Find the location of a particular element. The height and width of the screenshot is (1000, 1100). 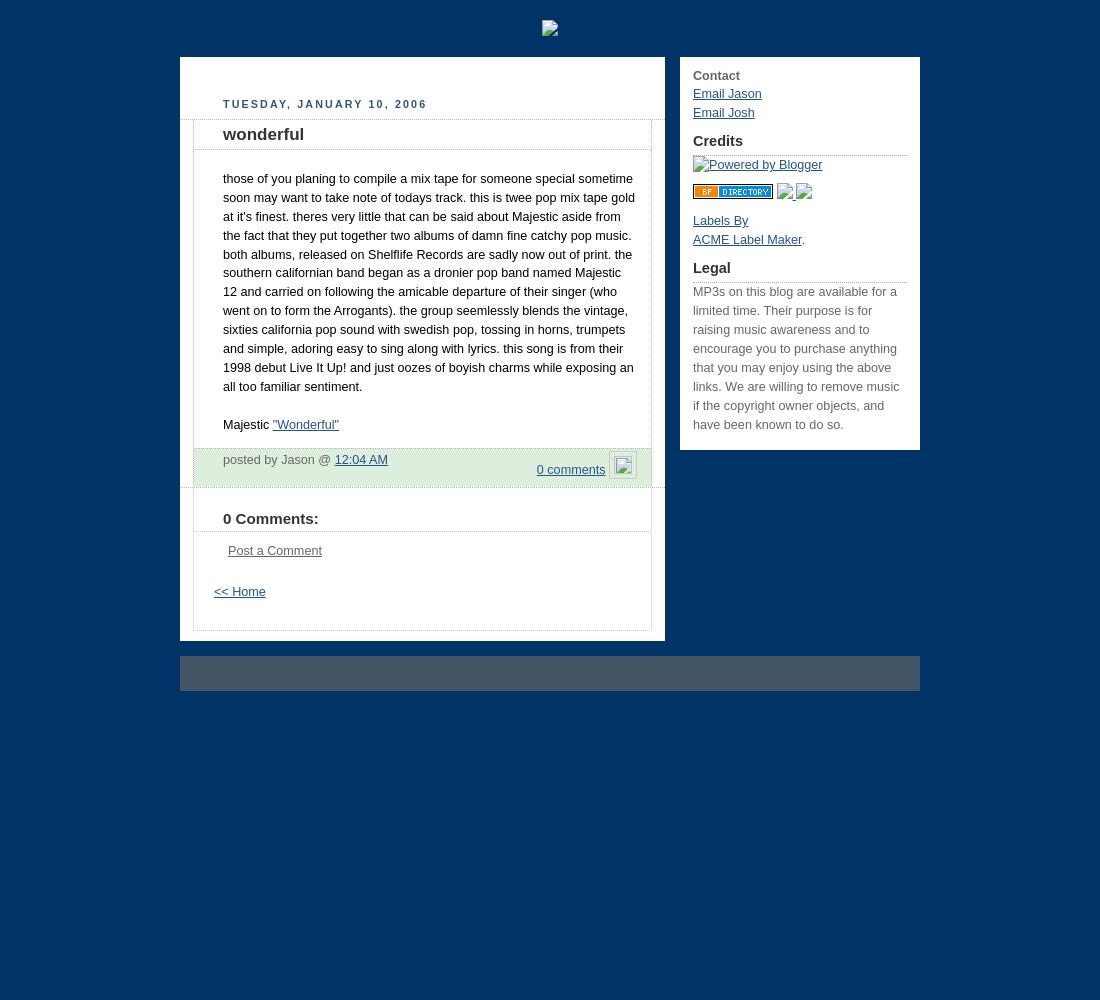

'12:04 AM' is located at coordinates (360, 459).